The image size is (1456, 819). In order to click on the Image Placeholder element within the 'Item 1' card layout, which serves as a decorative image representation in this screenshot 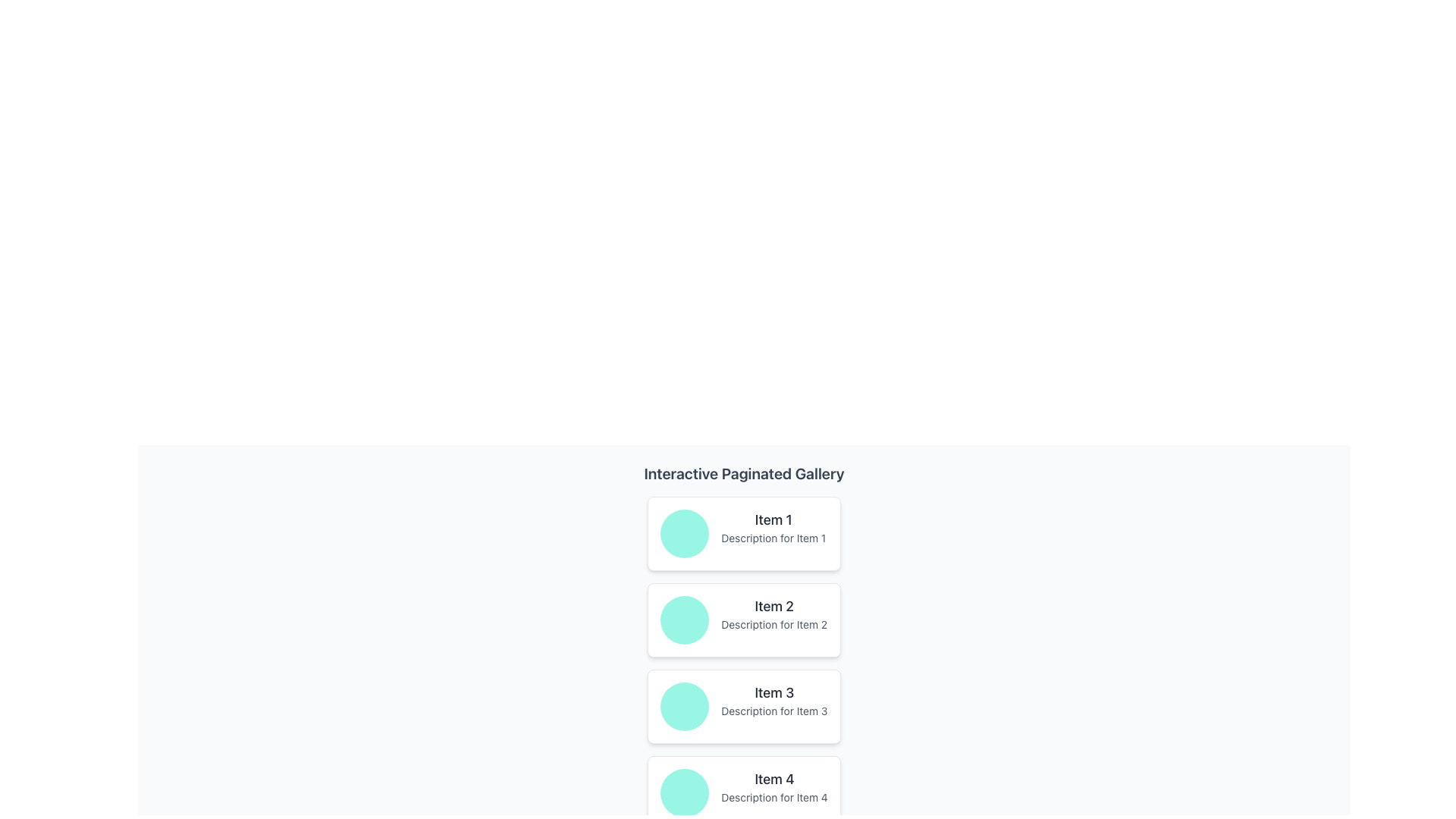, I will do `click(684, 533)`.